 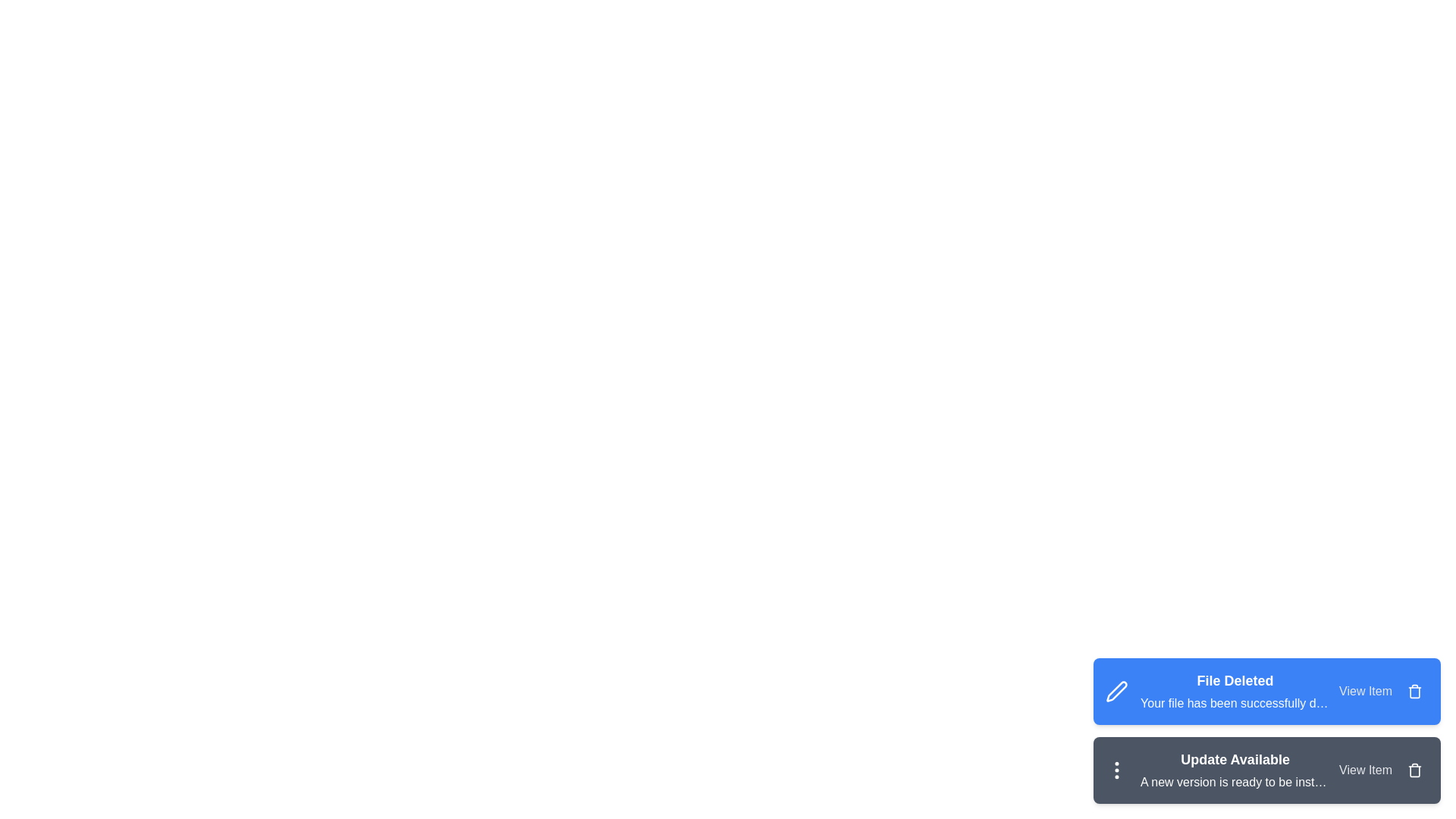 What do you see at coordinates (1117, 691) in the screenshot?
I see `the notification icon (pencil or vertical dots) of the first notification` at bounding box center [1117, 691].